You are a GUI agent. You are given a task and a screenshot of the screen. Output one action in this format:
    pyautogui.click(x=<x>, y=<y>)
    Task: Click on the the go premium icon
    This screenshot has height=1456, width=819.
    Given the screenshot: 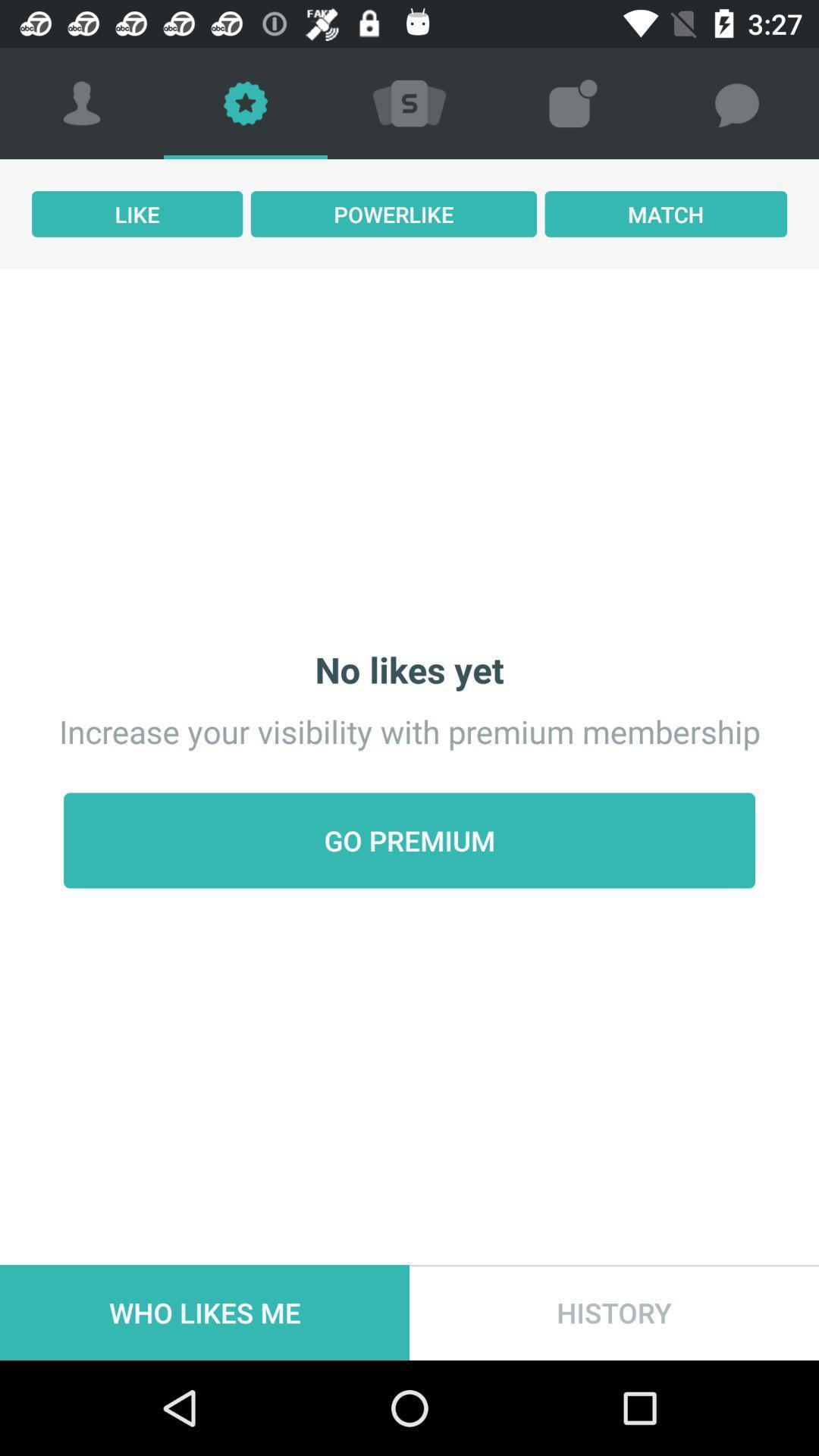 What is the action you would take?
    pyautogui.click(x=409, y=839)
    